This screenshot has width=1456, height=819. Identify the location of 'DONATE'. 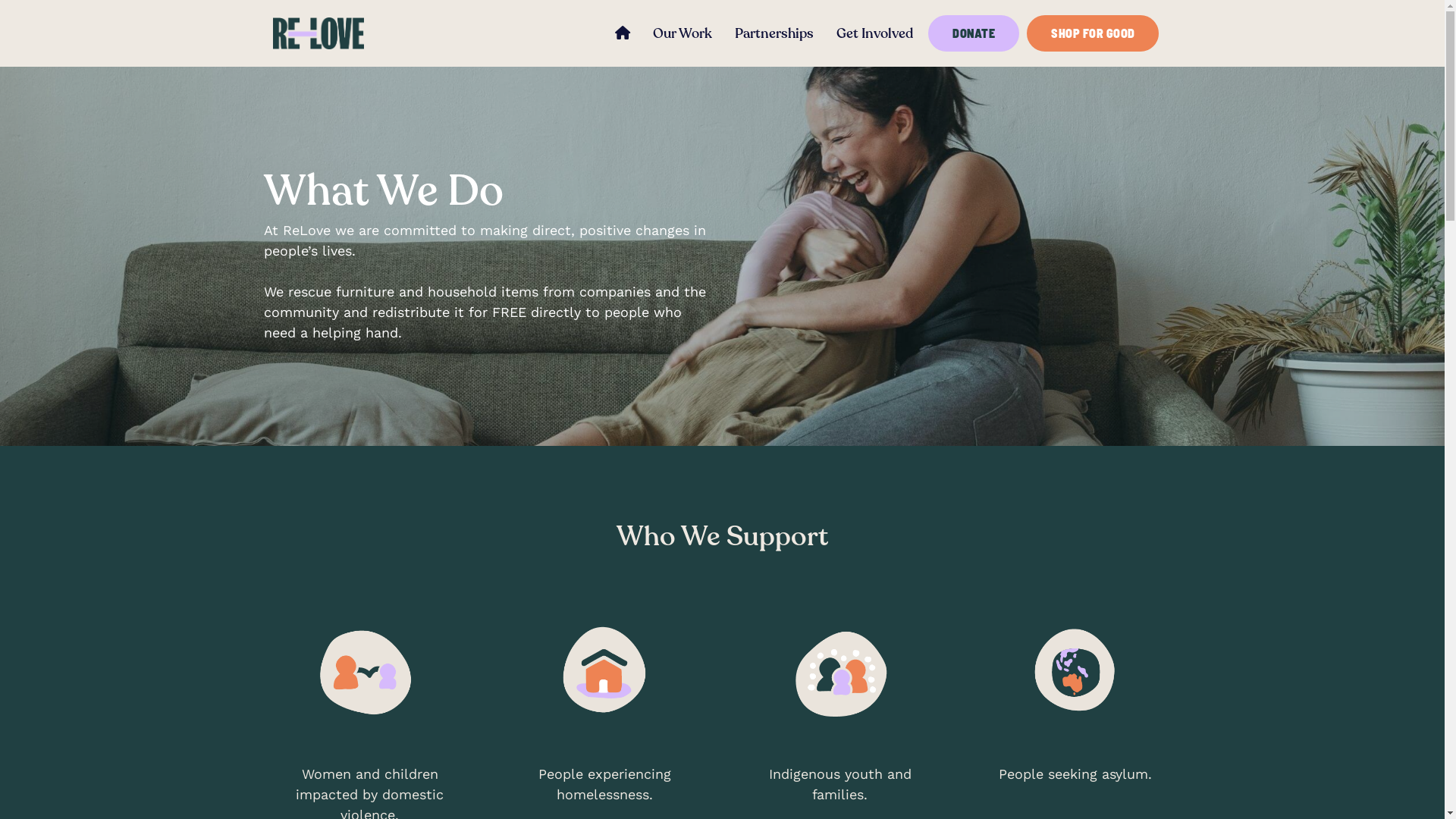
(973, 33).